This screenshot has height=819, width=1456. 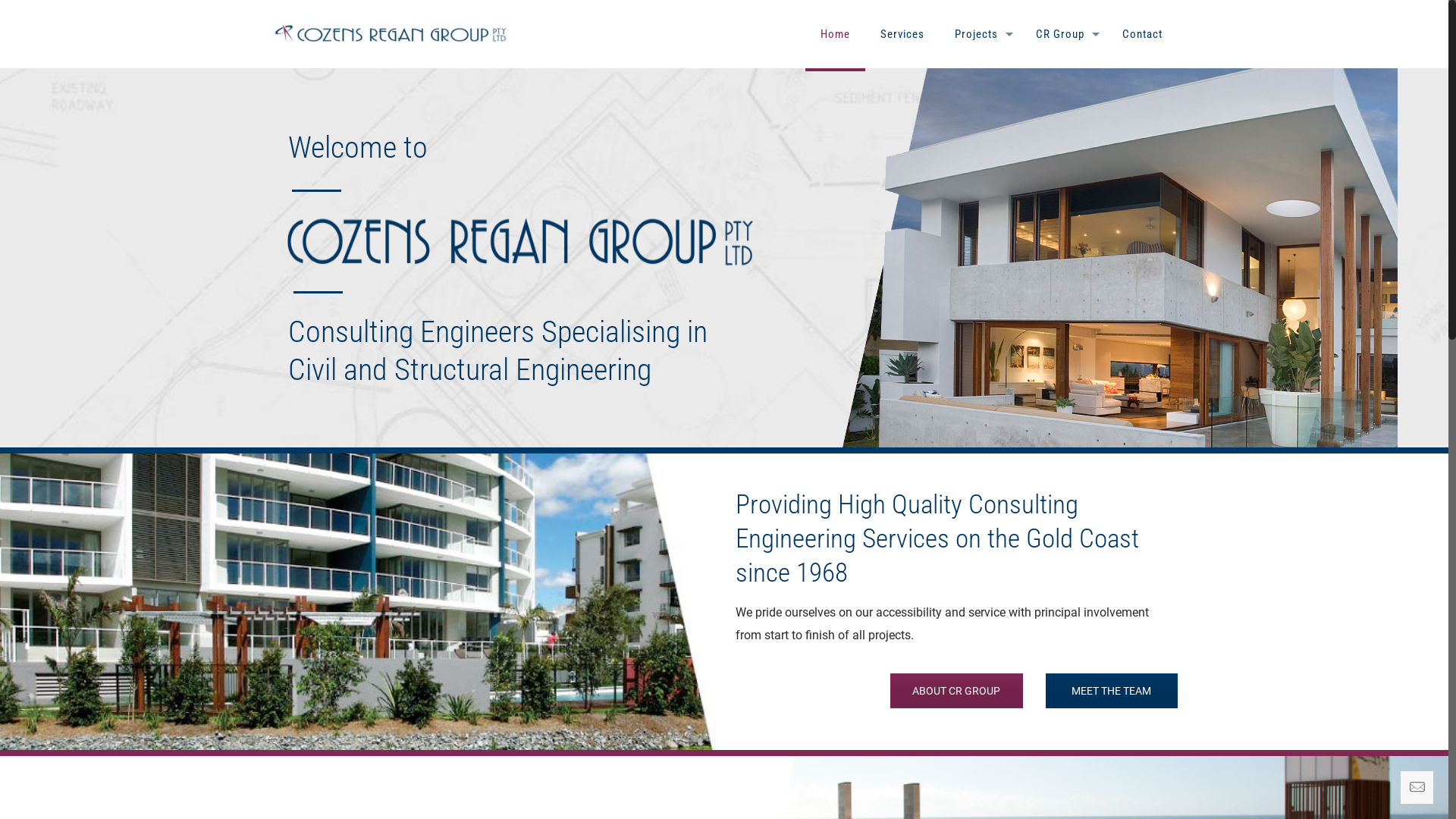 What do you see at coordinates (1142, 34) in the screenshot?
I see `'Contact'` at bounding box center [1142, 34].